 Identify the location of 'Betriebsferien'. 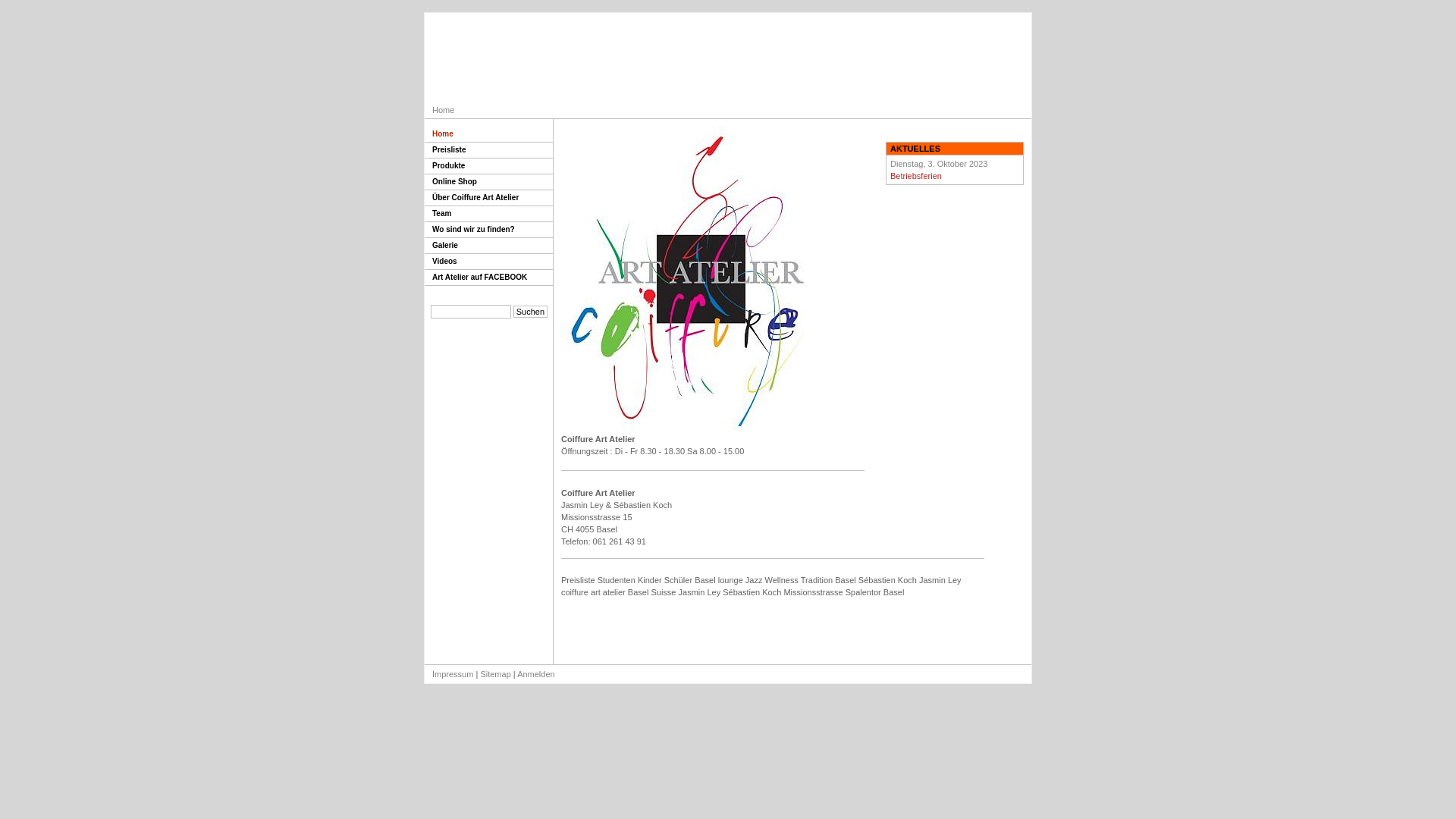
(915, 174).